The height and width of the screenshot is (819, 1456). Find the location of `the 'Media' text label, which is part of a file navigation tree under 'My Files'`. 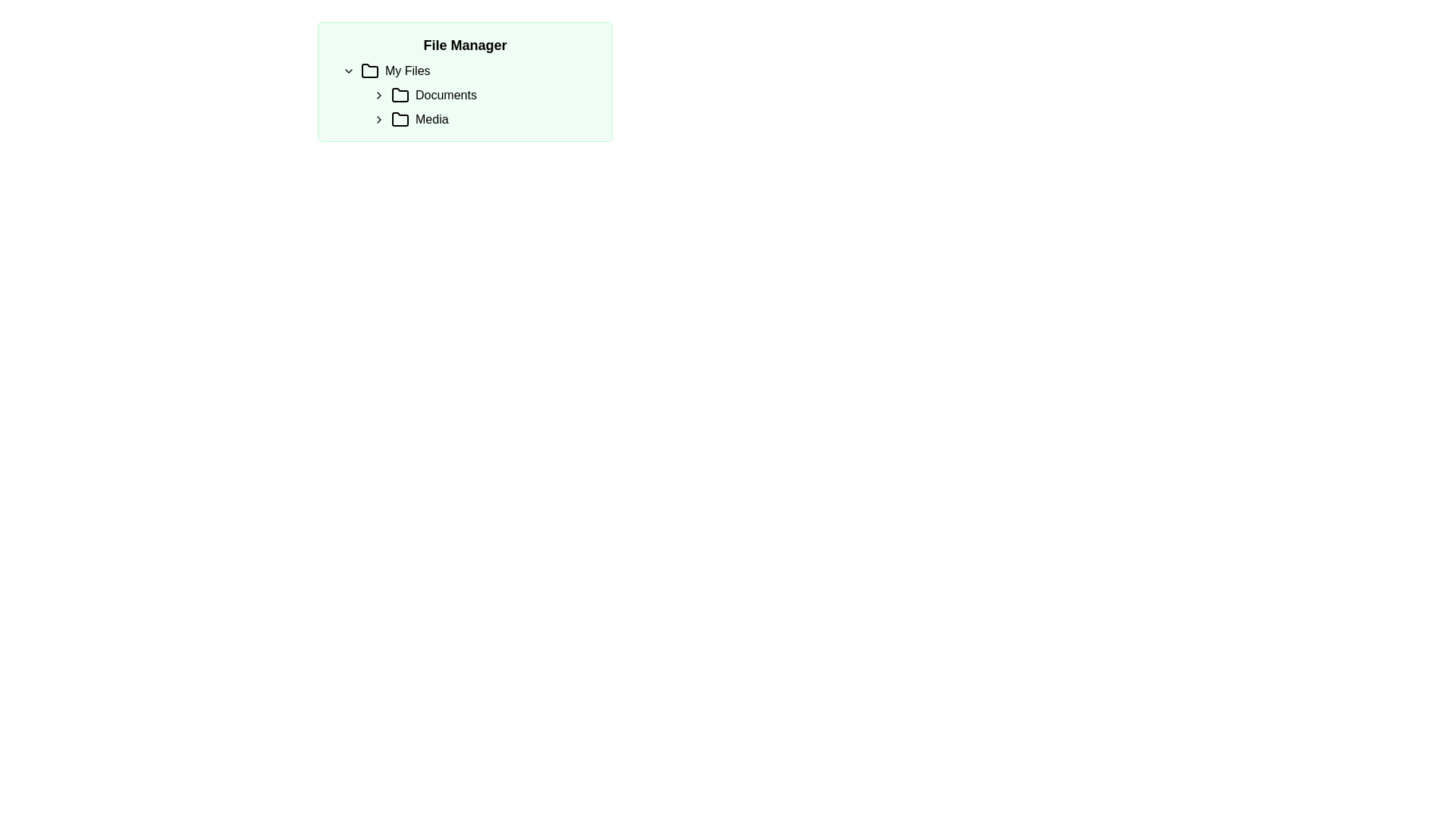

the 'Media' text label, which is part of a file navigation tree under 'My Files' is located at coordinates (431, 119).